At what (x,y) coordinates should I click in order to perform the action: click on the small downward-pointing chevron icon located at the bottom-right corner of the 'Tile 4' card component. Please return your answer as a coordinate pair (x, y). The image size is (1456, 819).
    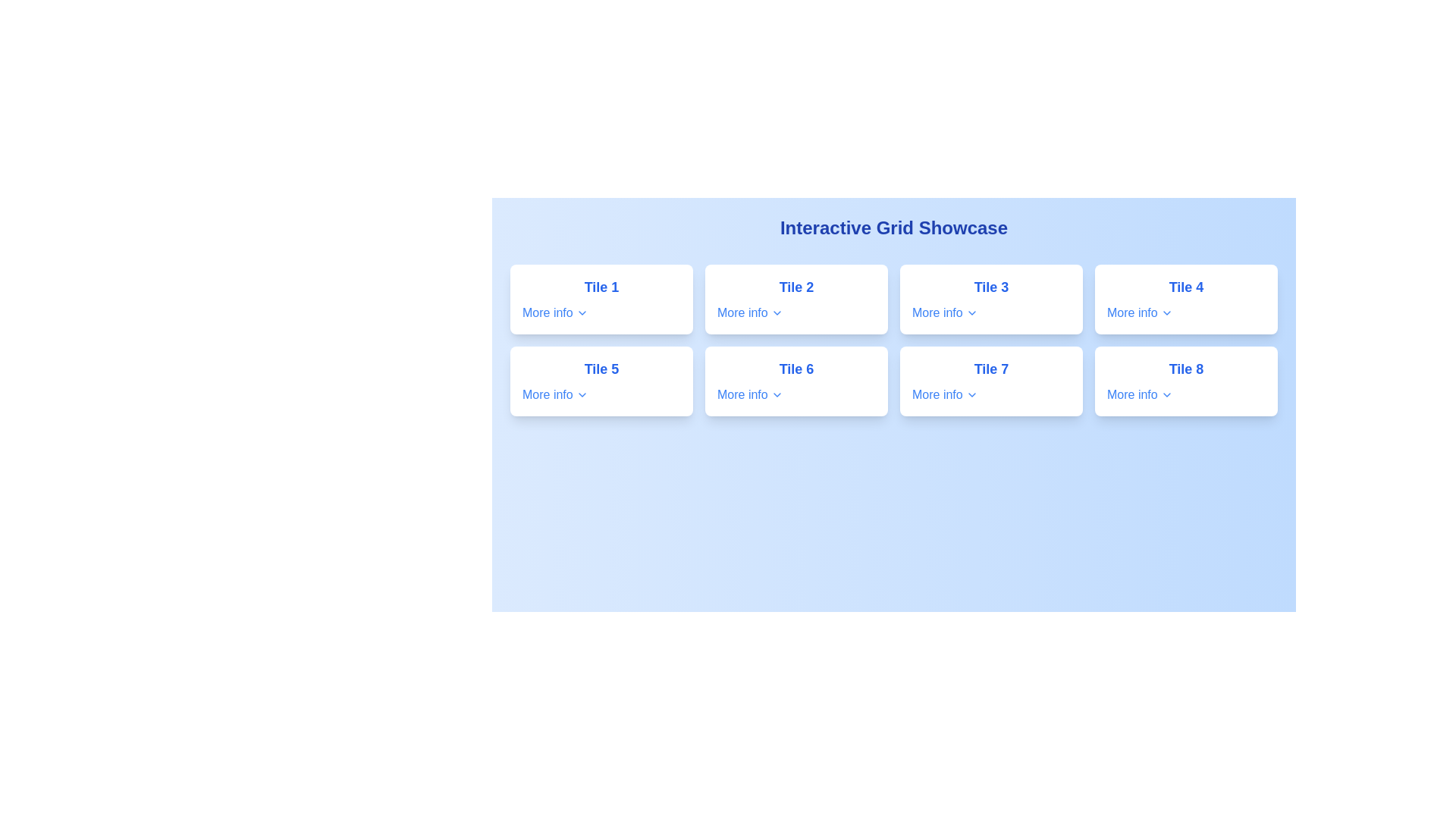
    Looking at the image, I should click on (1166, 312).